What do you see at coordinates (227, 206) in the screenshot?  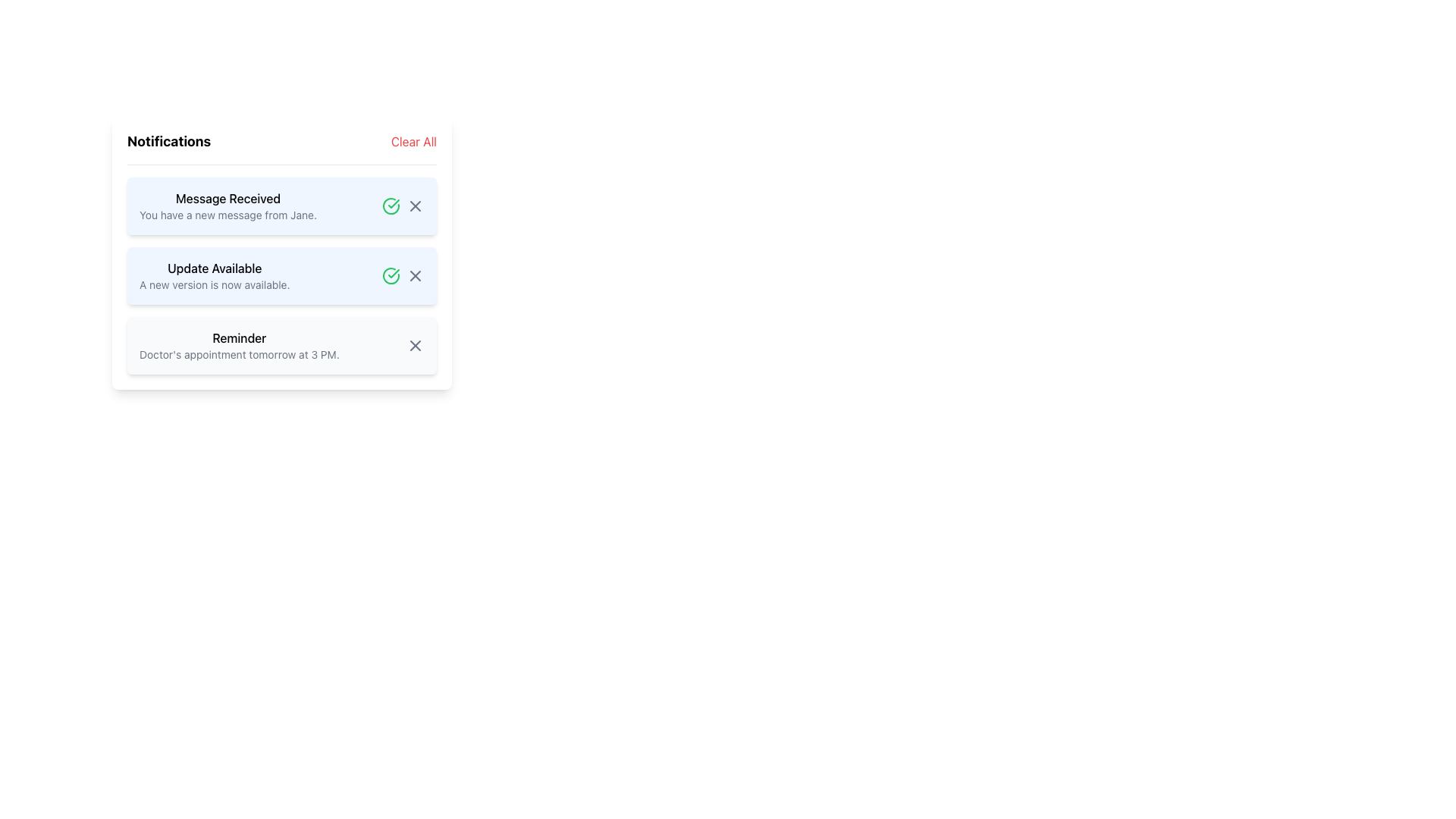 I see `the first notification card in the notifications list` at bounding box center [227, 206].